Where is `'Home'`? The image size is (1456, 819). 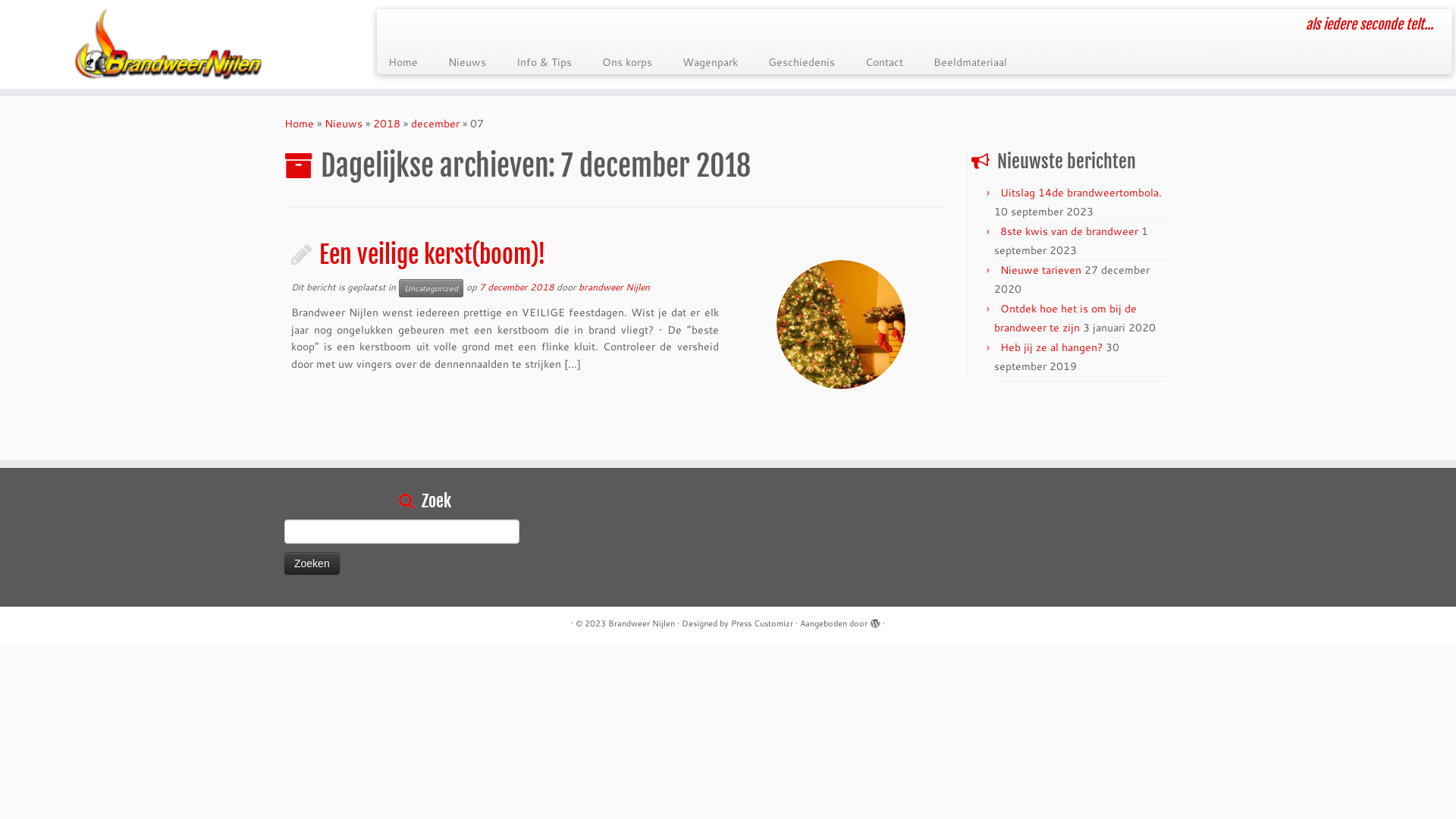 'Home' is located at coordinates (408, 61).